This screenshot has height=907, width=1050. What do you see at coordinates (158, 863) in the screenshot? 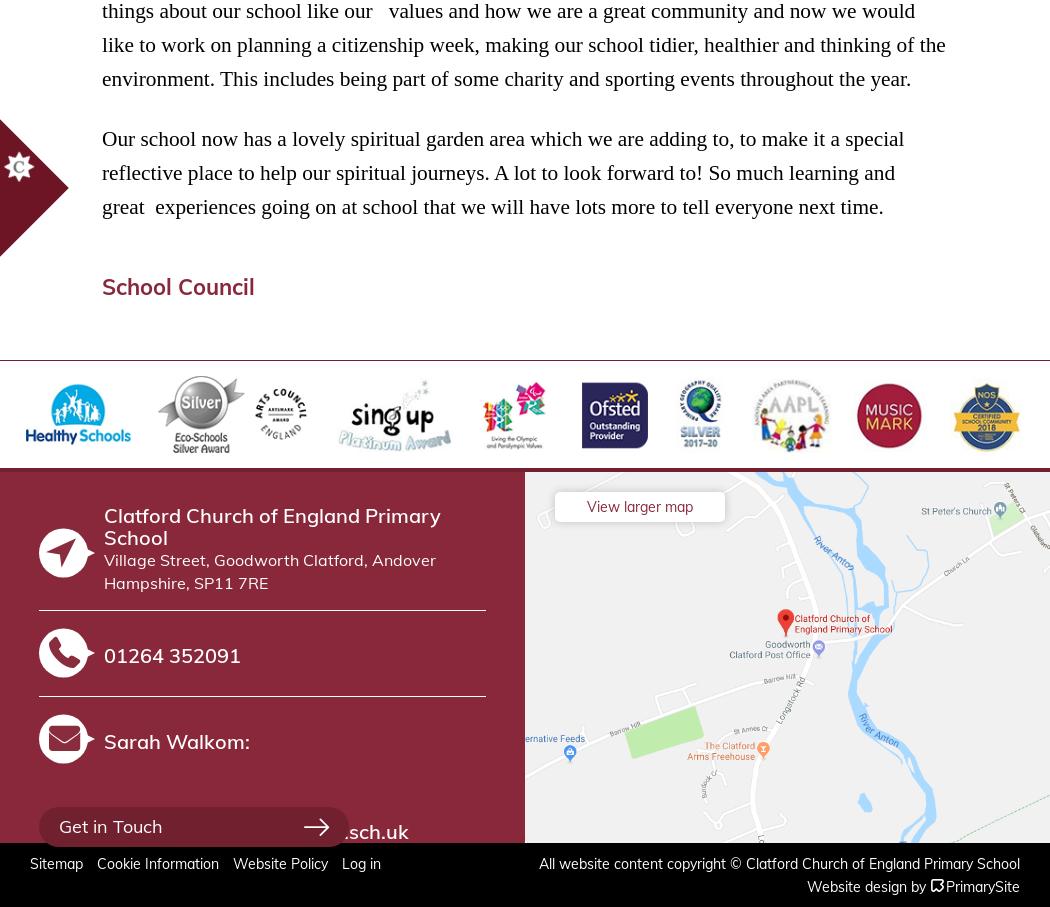
I see `'Cookie Information'` at bounding box center [158, 863].